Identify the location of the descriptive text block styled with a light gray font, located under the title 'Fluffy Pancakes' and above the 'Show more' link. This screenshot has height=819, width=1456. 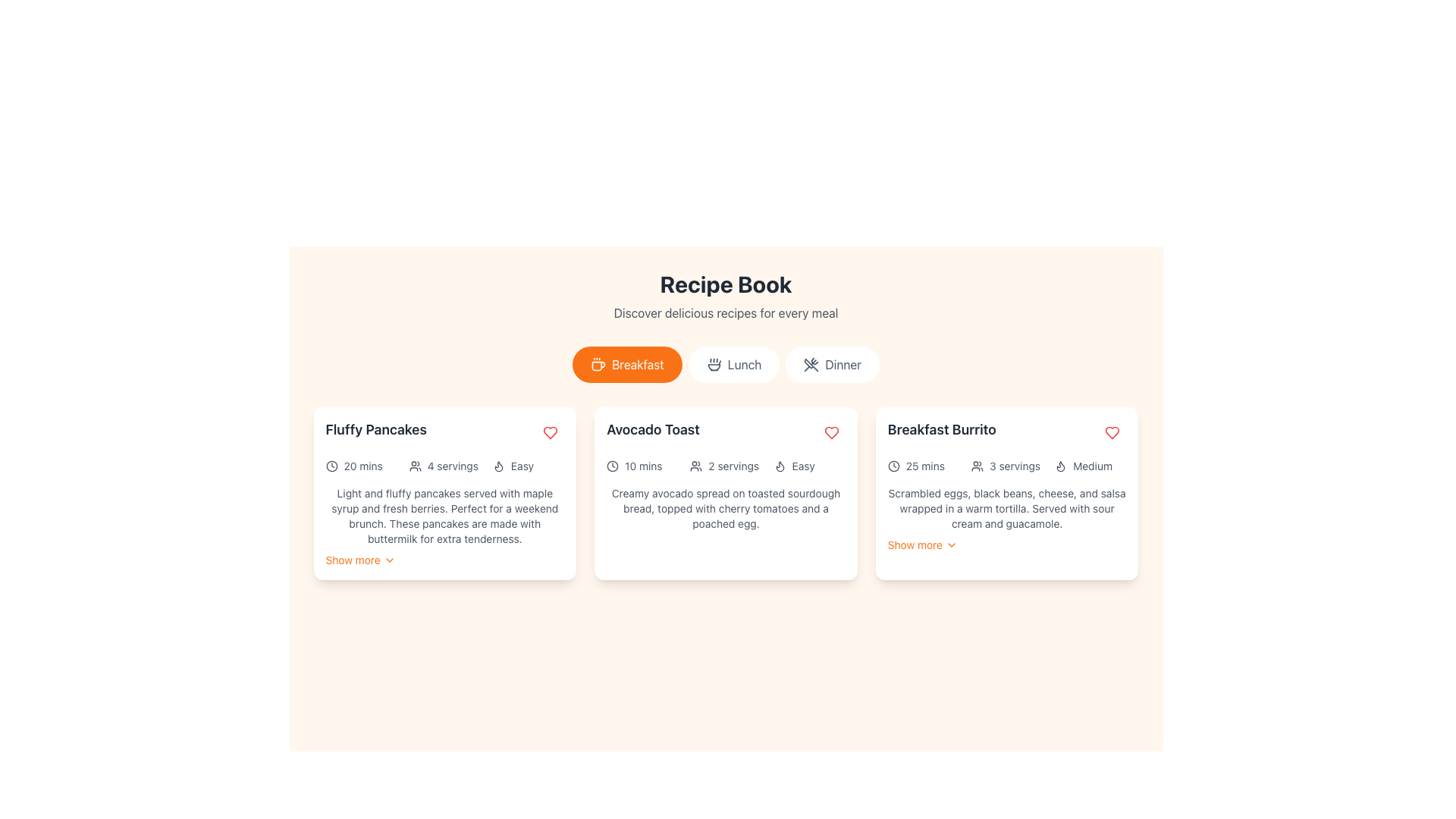
(444, 526).